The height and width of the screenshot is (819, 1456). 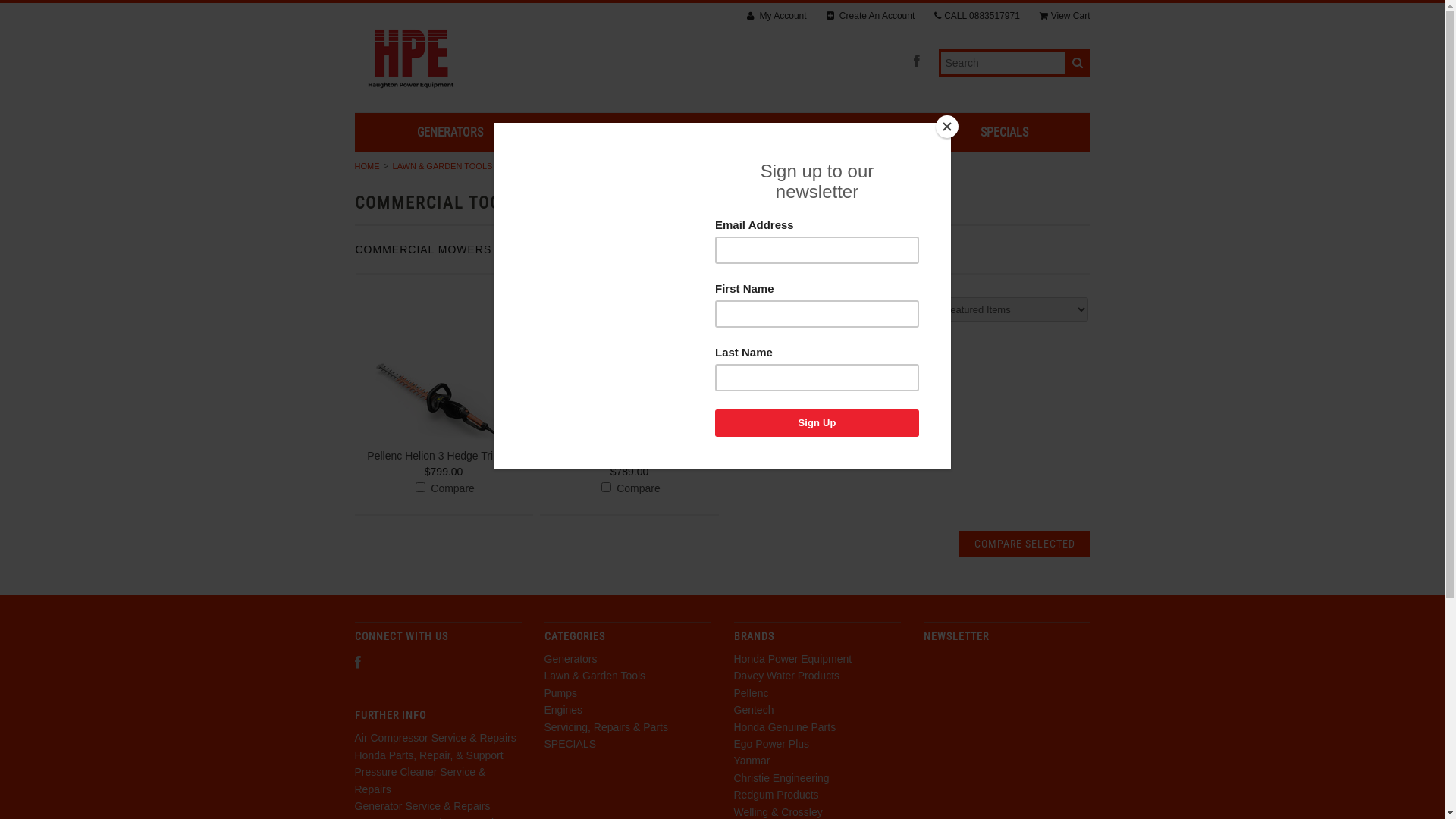 I want to click on 'Welling & Crossley', so click(x=778, y=811).